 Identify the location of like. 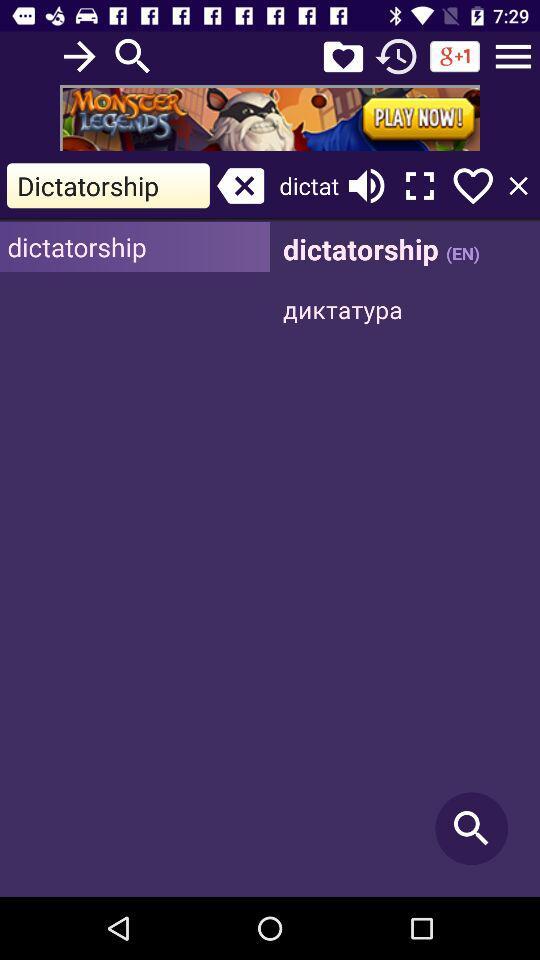
(472, 185).